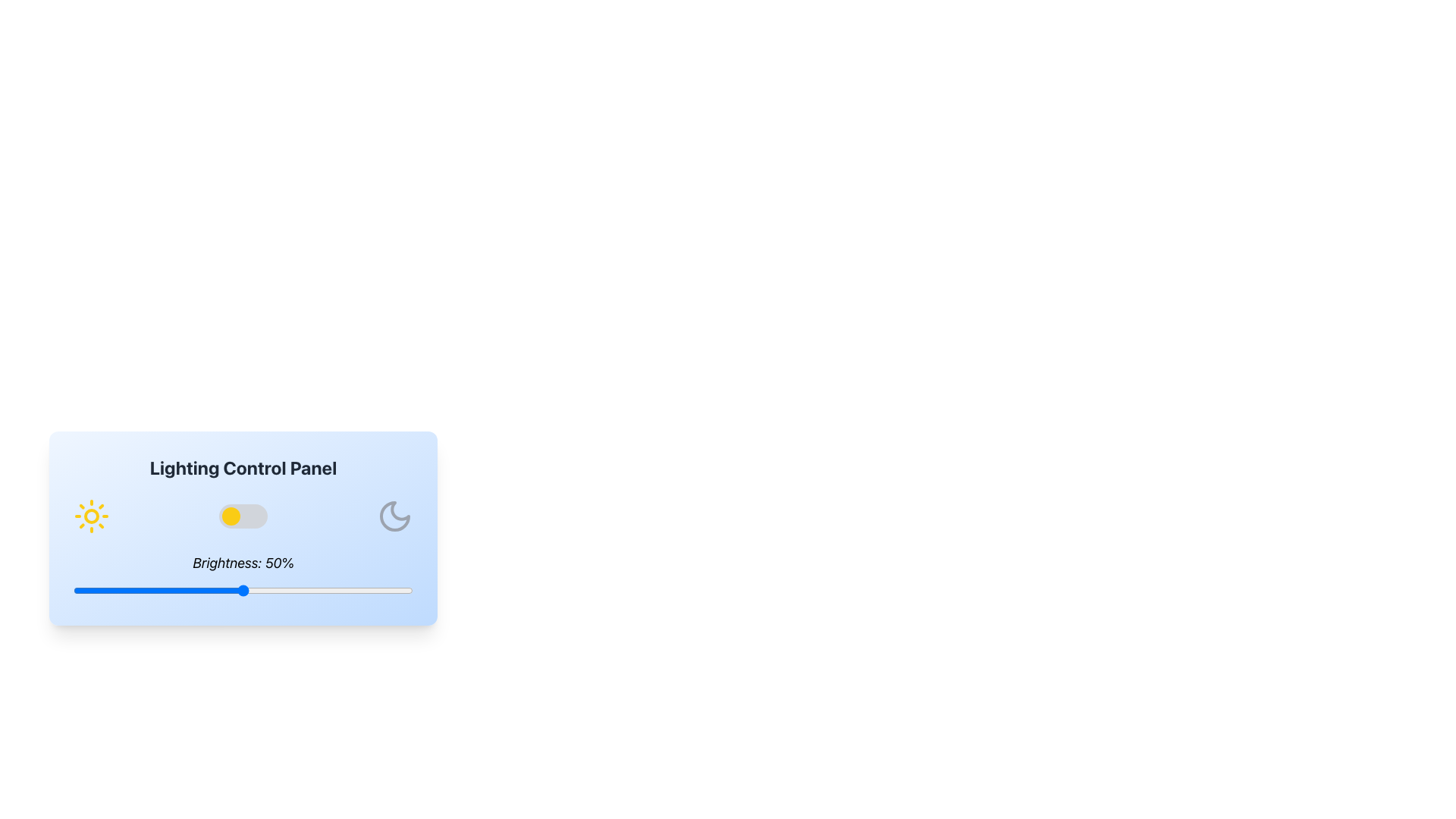  What do you see at coordinates (243, 467) in the screenshot?
I see `the heading element that indicates the primary function of the control panel related to lighting control, positioned in the upper area of a light blue panel` at bounding box center [243, 467].